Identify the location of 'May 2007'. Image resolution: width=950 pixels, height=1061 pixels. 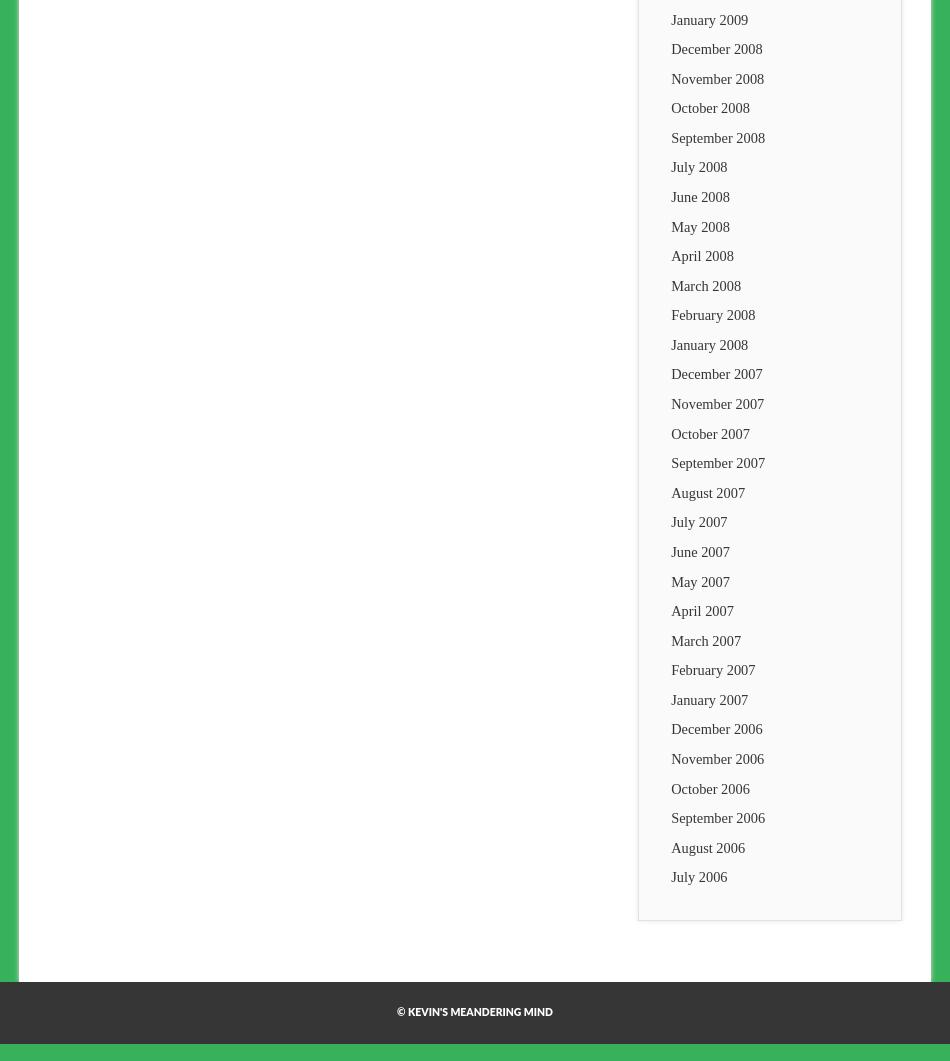
(699, 580).